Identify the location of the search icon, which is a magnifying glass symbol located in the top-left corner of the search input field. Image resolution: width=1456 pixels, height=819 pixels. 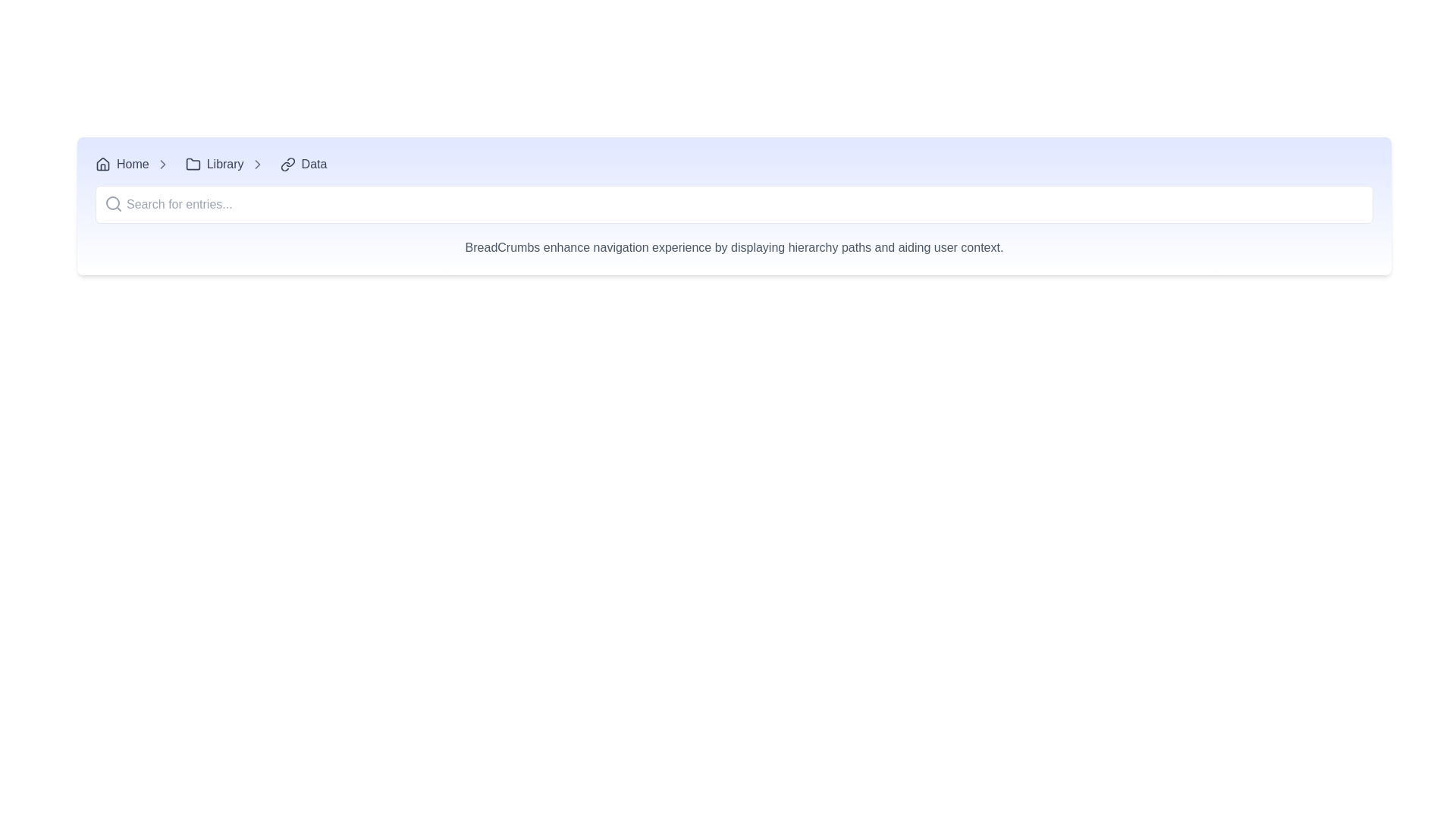
(112, 203).